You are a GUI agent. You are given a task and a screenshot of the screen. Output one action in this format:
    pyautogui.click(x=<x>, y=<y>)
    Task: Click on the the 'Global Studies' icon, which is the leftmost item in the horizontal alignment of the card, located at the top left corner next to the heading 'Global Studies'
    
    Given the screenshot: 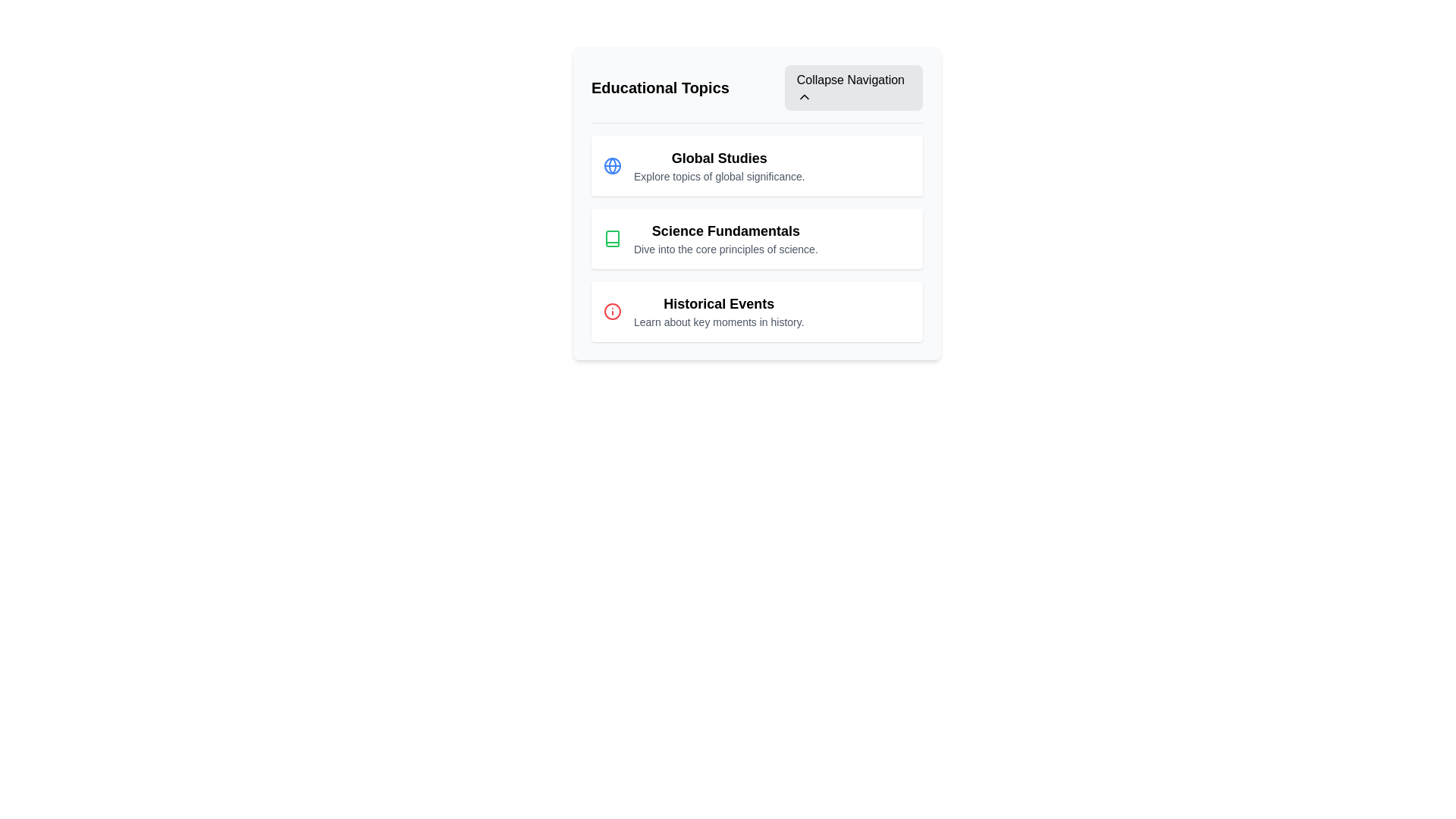 What is the action you would take?
    pyautogui.click(x=612, y=166)
    